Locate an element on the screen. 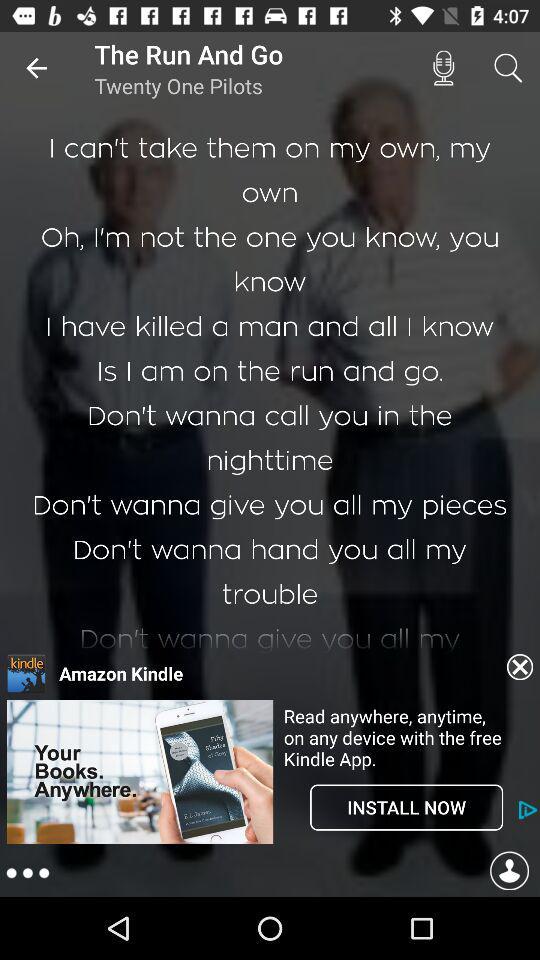 The image size is (540, 960). exit advertisement is located at coordinates (520, 667).